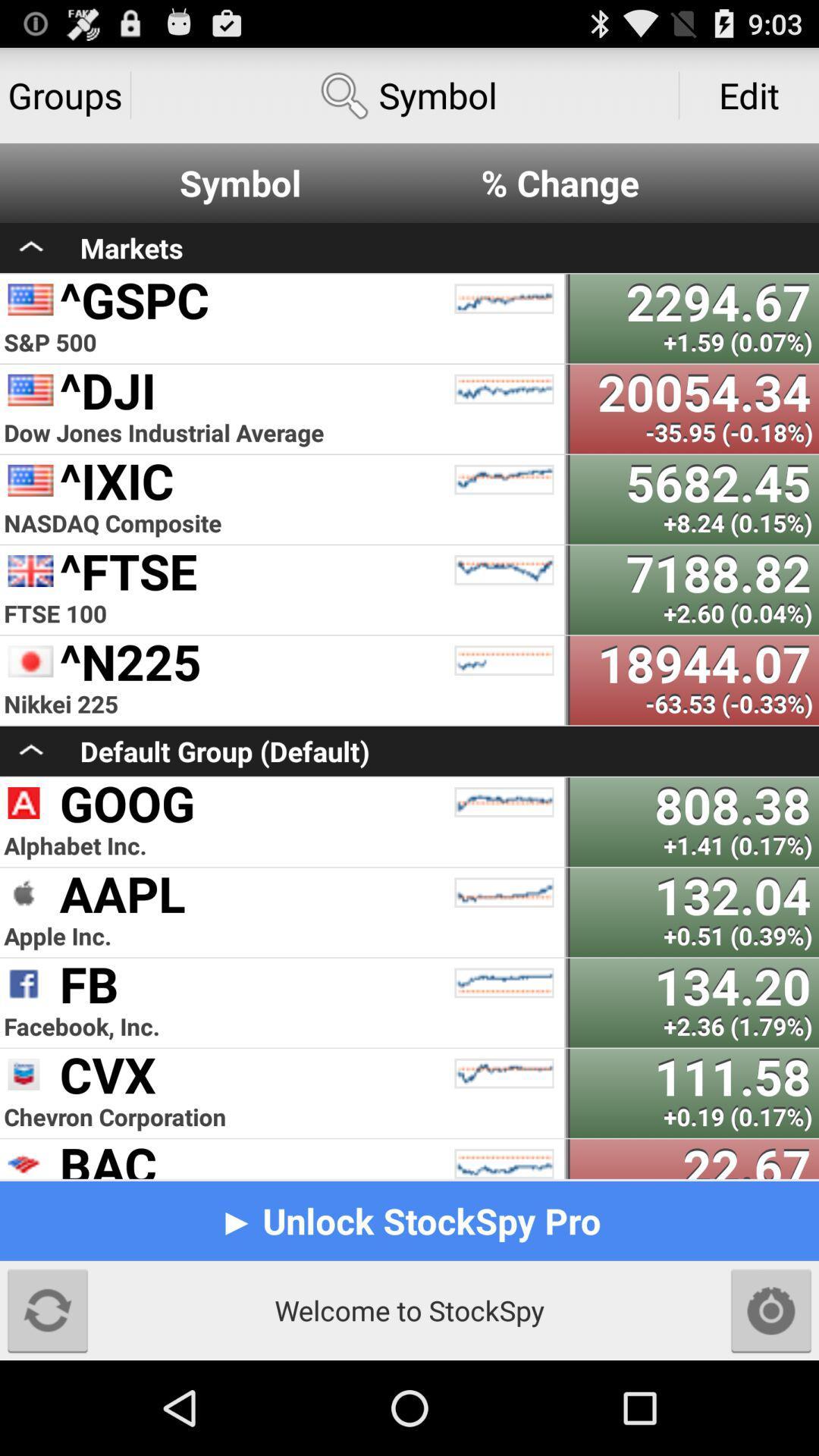  Describe the element at coordinates (46, 1310) in the screenshot. I see `refresh stocks` at that location.